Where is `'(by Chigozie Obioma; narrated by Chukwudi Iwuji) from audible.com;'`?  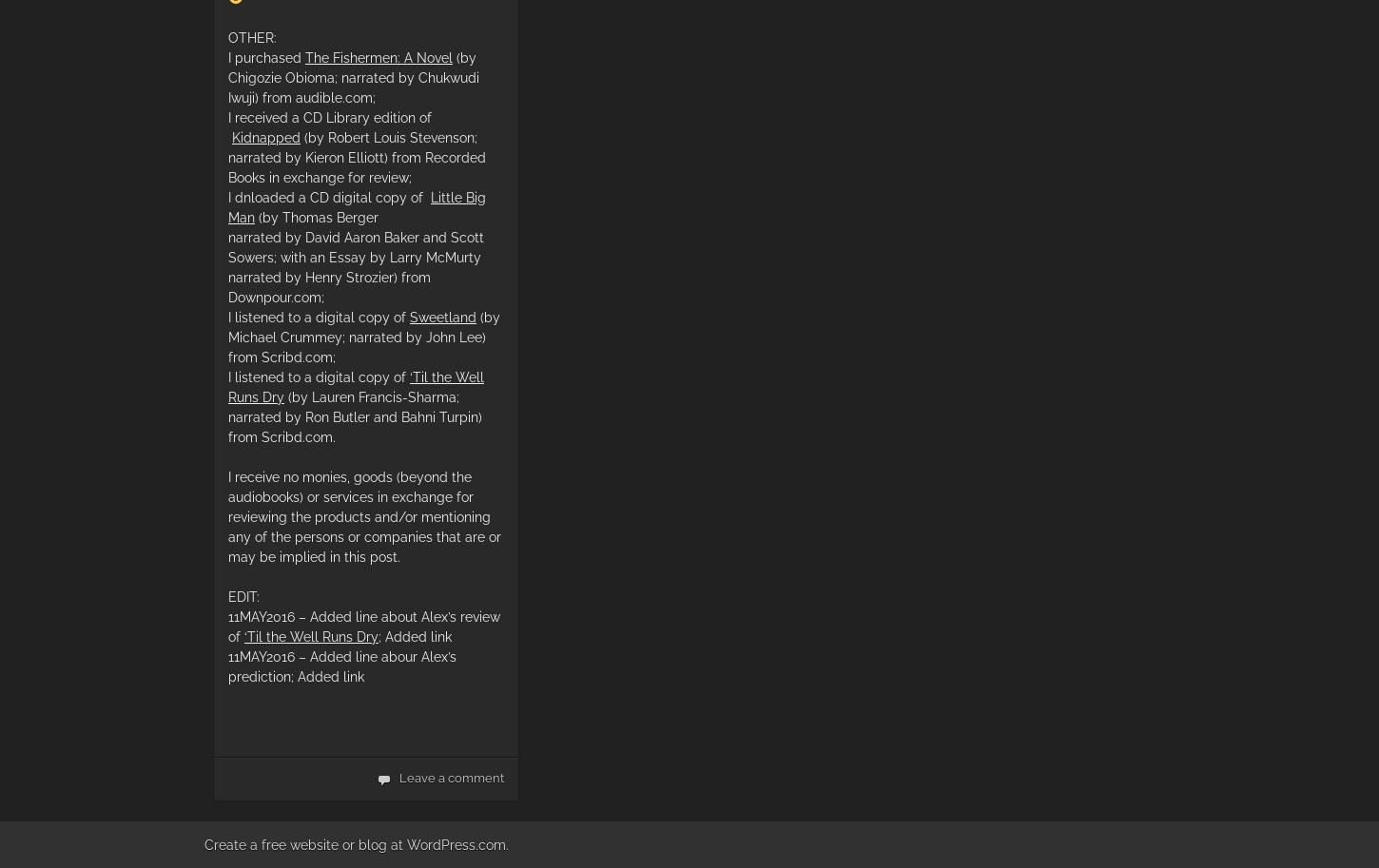
'(by Chigozie Obioma; narrated by Chukwudi Iwuji) from audible.com;' is located at coordinates (226, 76).